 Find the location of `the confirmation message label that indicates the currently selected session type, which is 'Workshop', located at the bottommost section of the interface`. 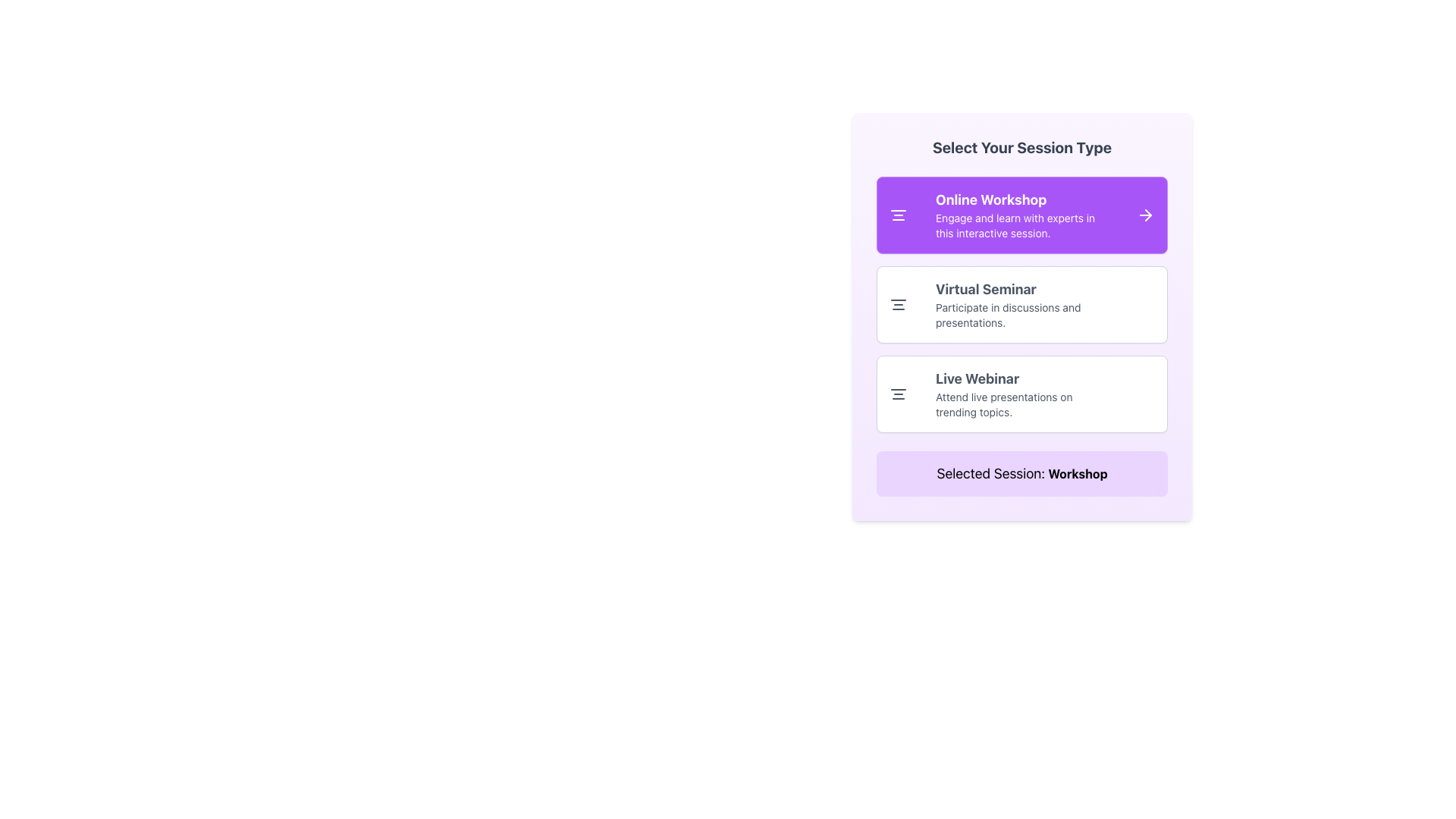

the confirmation message label that indicates the currently selected session type, which is 'Workshop', located at the bottommost section of the interface is located at coordinates (1022, 472).